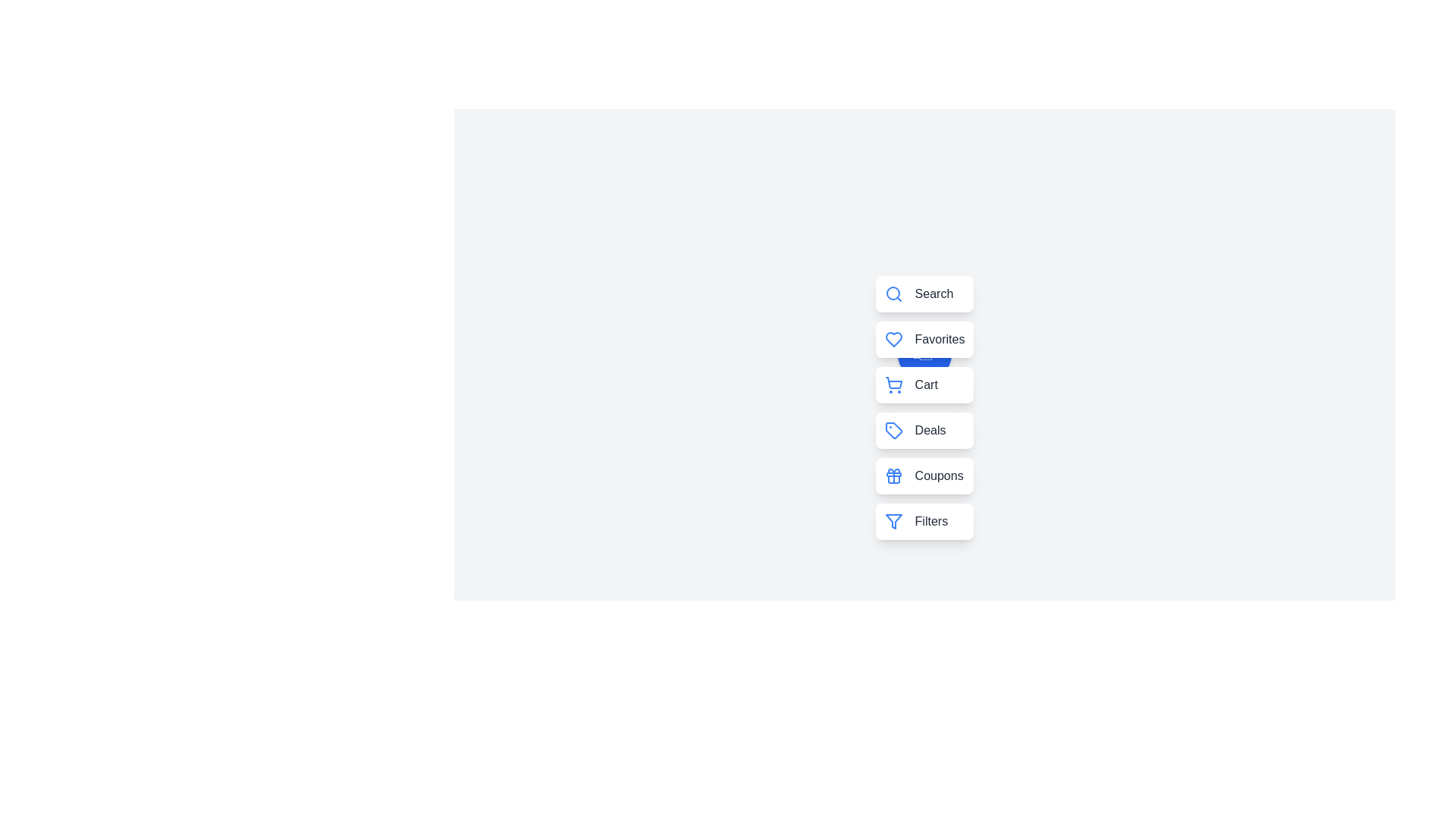 Image resolution: width=1456 pixels, height=819 pixels. What do you see at coordinates (933, 294) in the screenshot?
I see `the 'Search' text label, which is styled in medium-weight, gray-colored font and is positioned to the right of a magnifying glass icon at the top of a vertical list of options` at bounding box center [933, 294].